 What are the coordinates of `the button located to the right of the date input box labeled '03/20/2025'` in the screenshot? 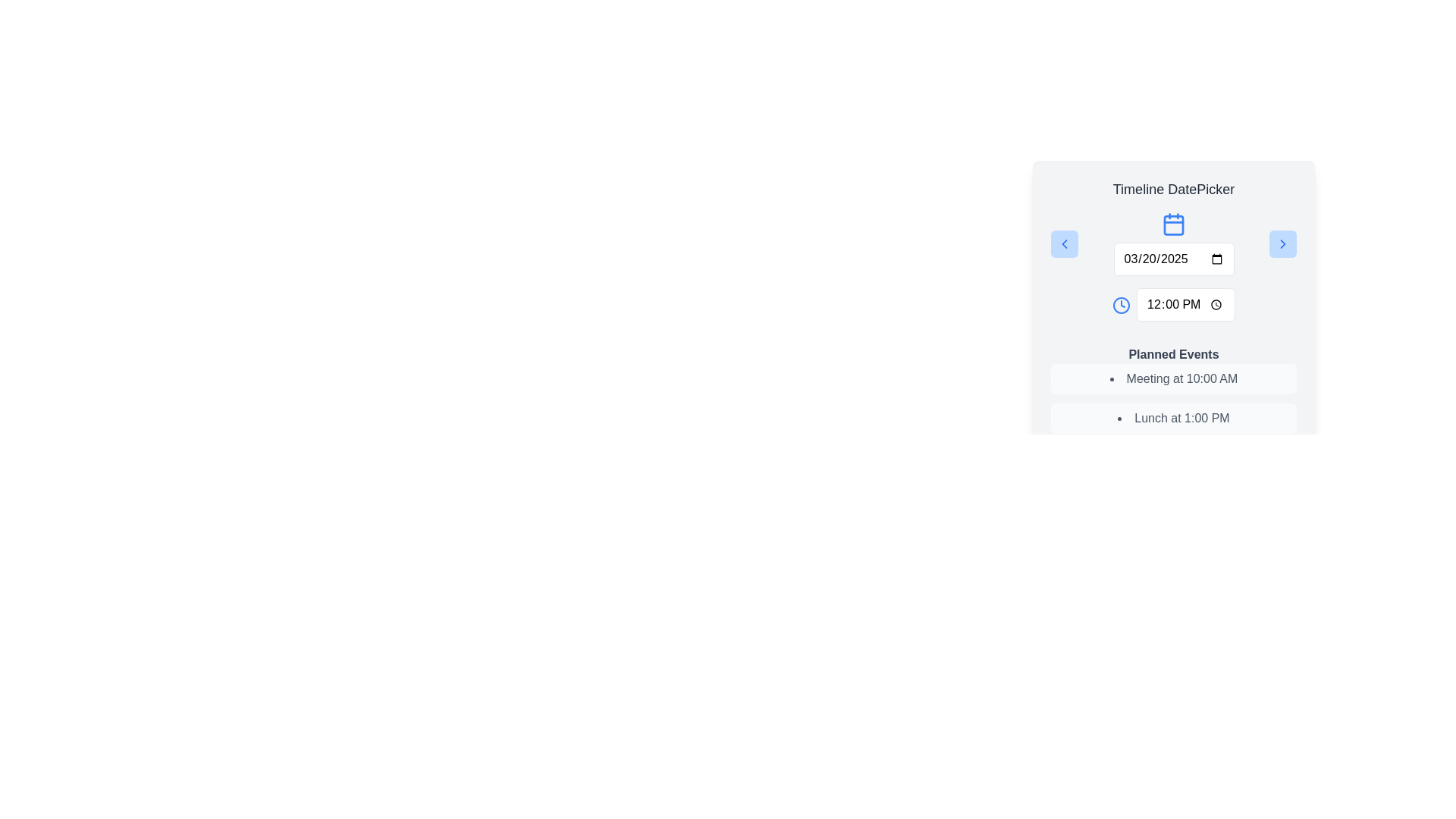 It's located at (1282, 243).